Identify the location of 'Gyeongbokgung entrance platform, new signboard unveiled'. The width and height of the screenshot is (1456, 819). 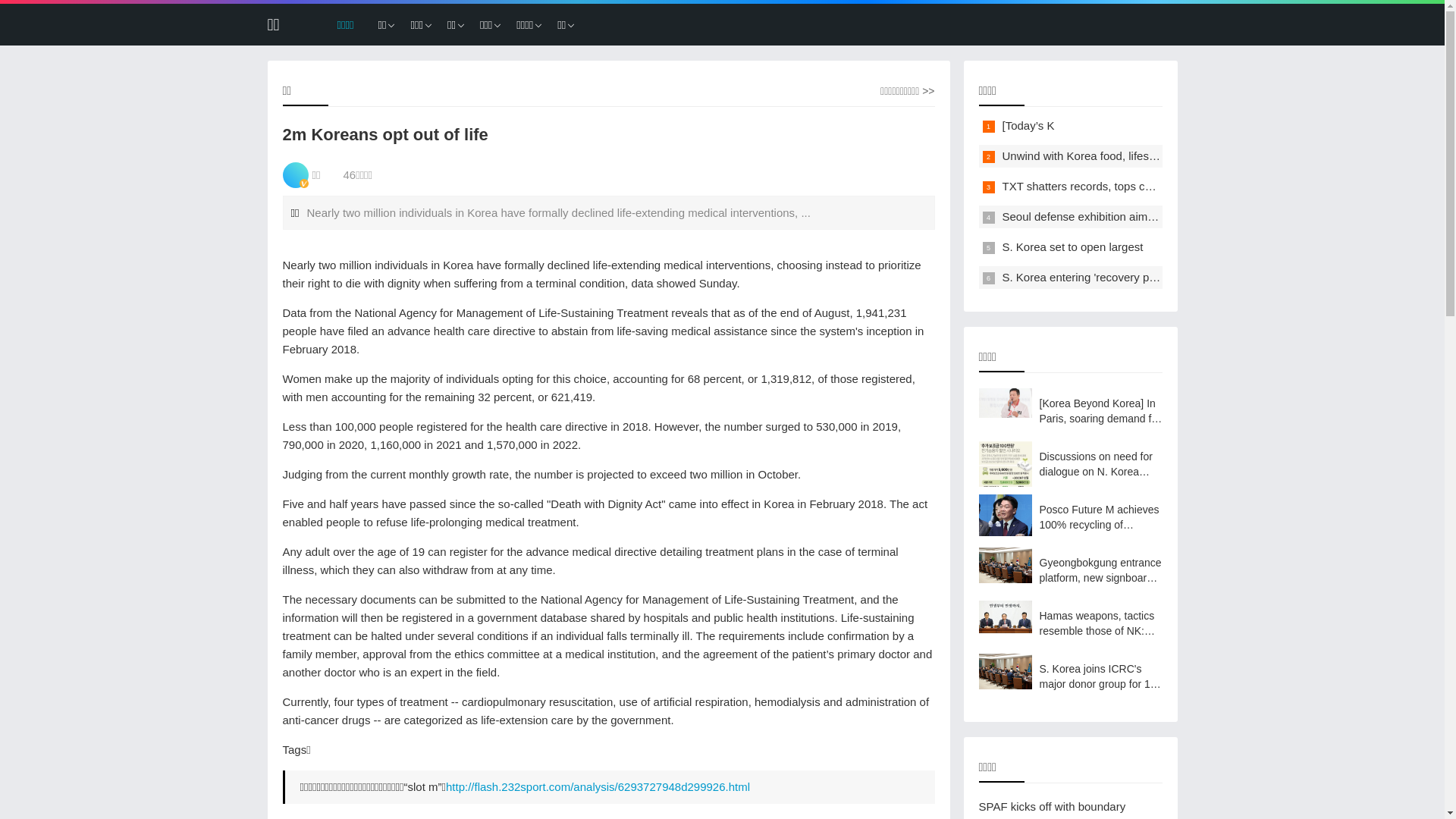
(1069, 570).